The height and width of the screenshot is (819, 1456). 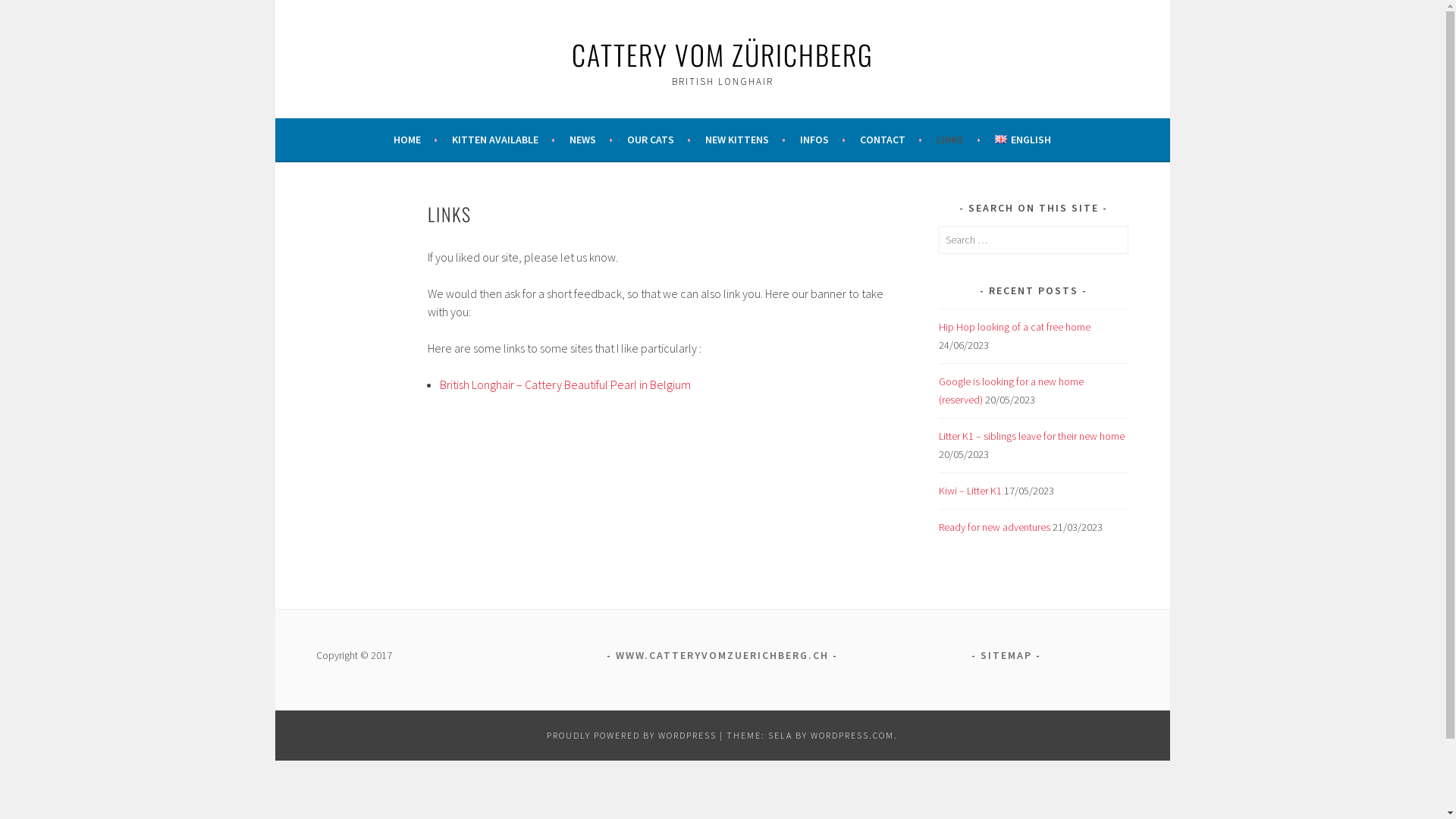 What do you see at coordinates (745, 140) in the screenshot?
I see `'NEW KITTENS'` at bounding box center [745, 140].